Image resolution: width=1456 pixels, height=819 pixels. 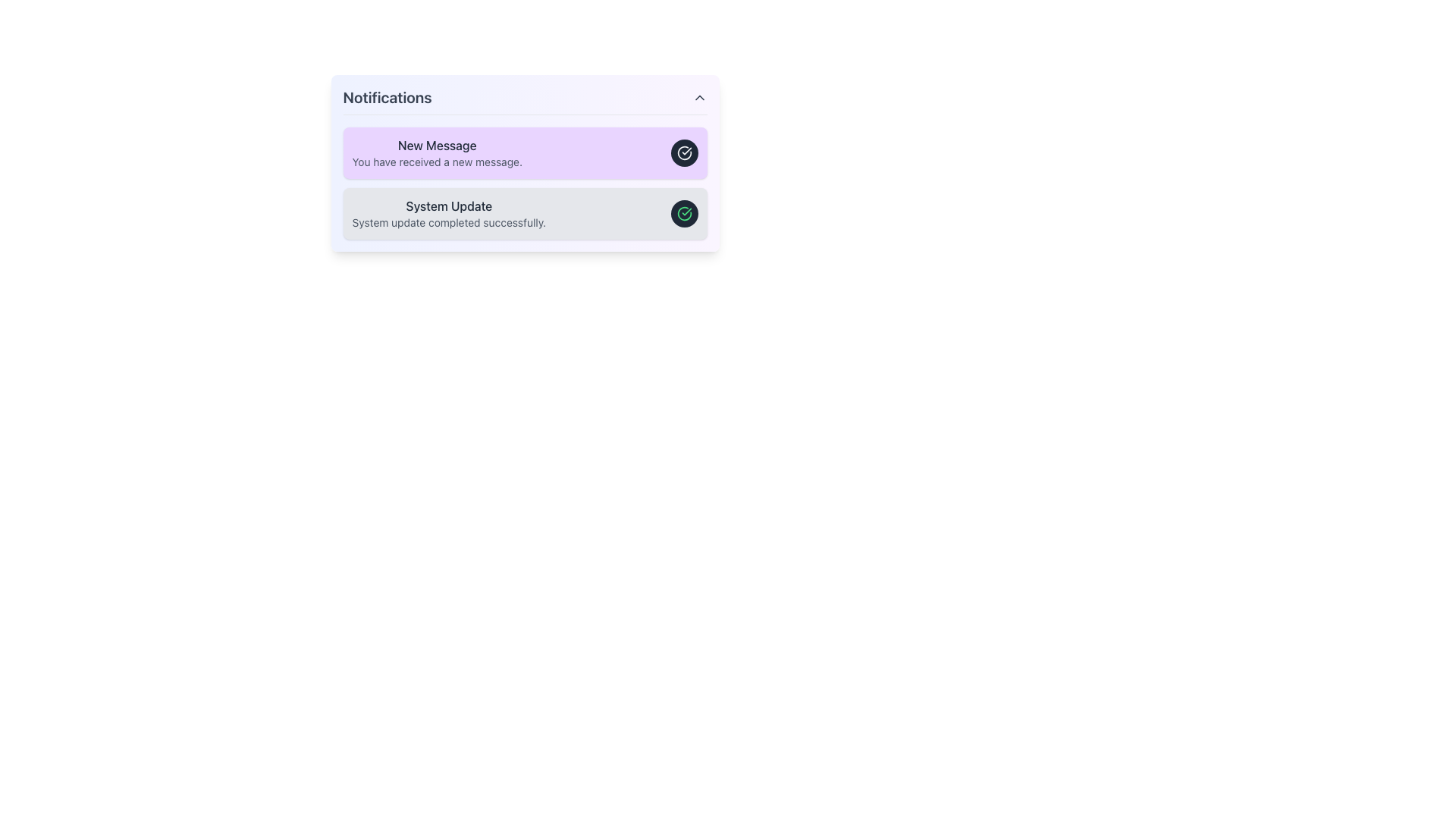 I want to click on the circular icon with a dark base and a green checkmark symbol, located in the bottom row of the notification pane, at the rightmost edge of the 'System Update' notification card, so click(x=683, y=213).